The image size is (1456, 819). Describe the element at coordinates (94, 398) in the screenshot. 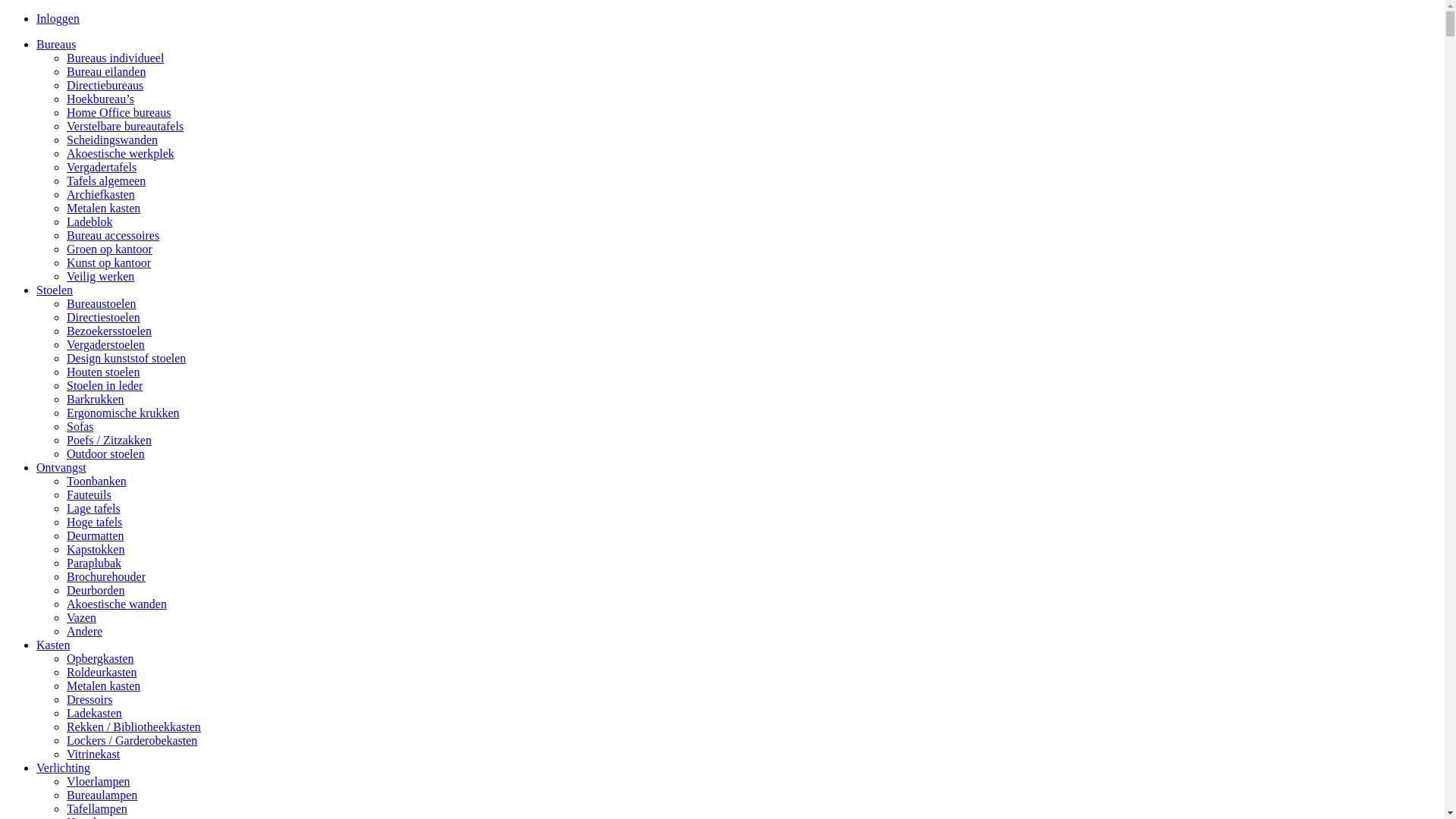

I see `'Barkrukken'` at that location.